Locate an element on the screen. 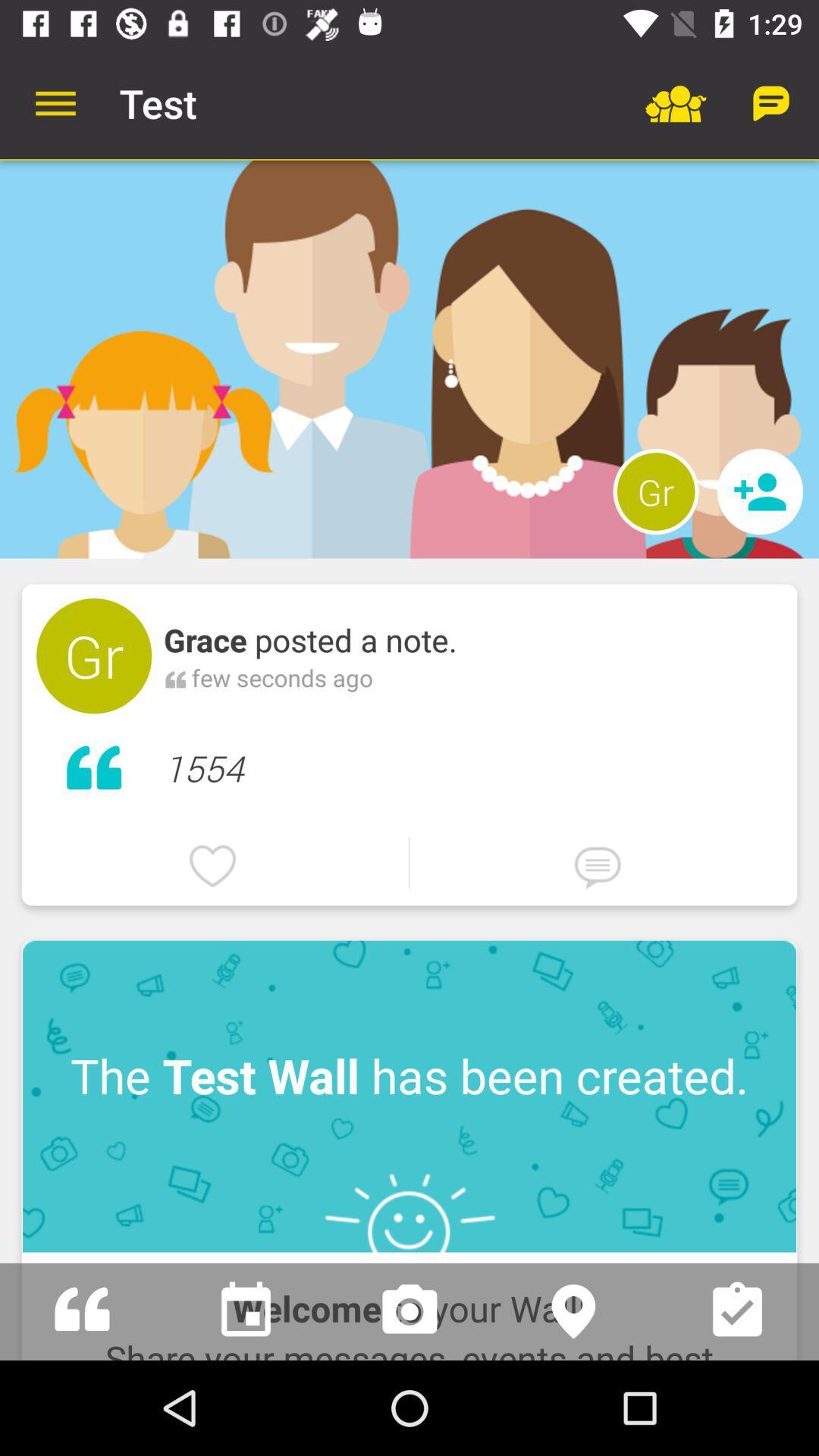 This screenshot has width=819, height=1456. use camera is located at coordinates (409, 1310).